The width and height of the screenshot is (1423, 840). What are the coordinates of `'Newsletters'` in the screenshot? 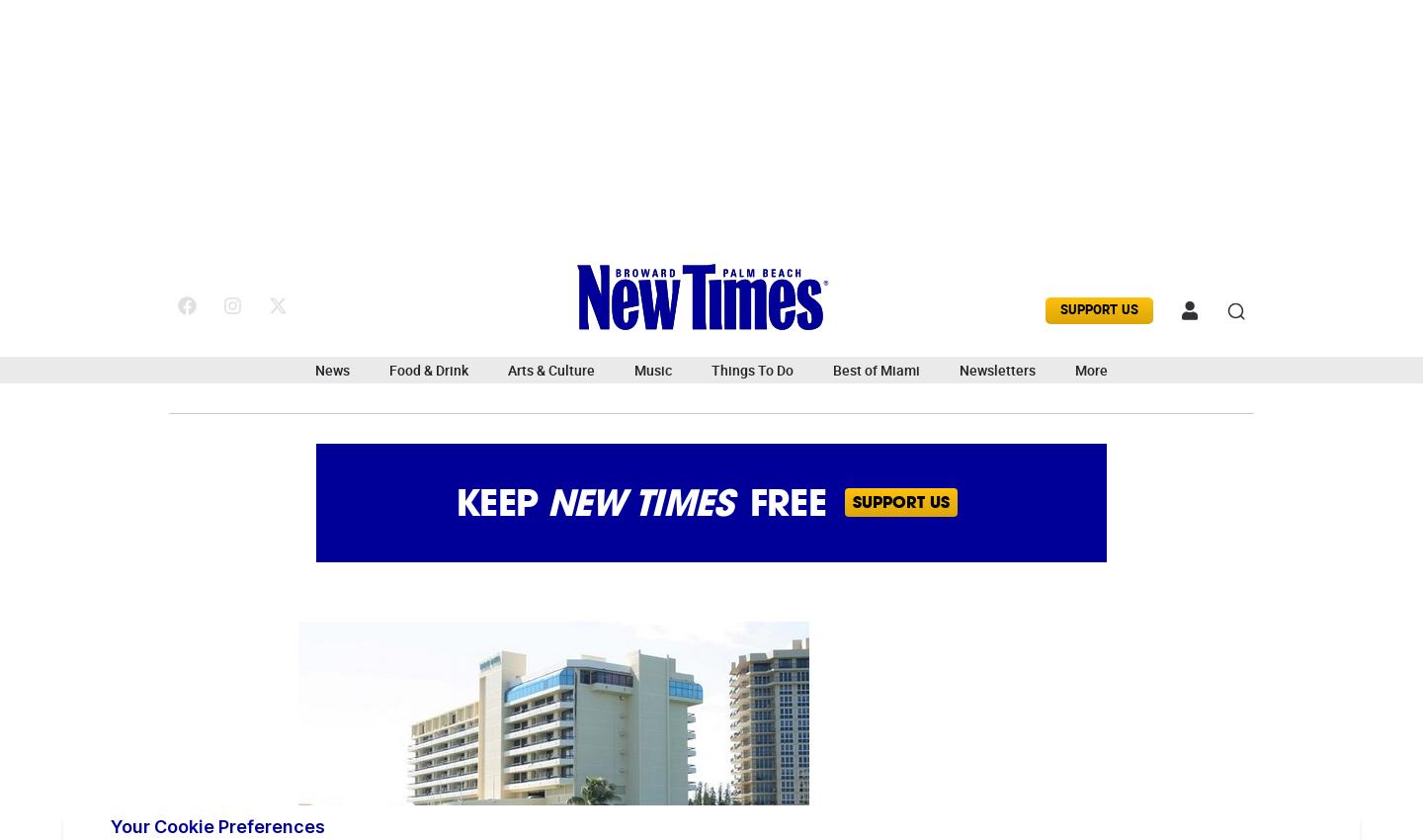 It's located at (996, 370).